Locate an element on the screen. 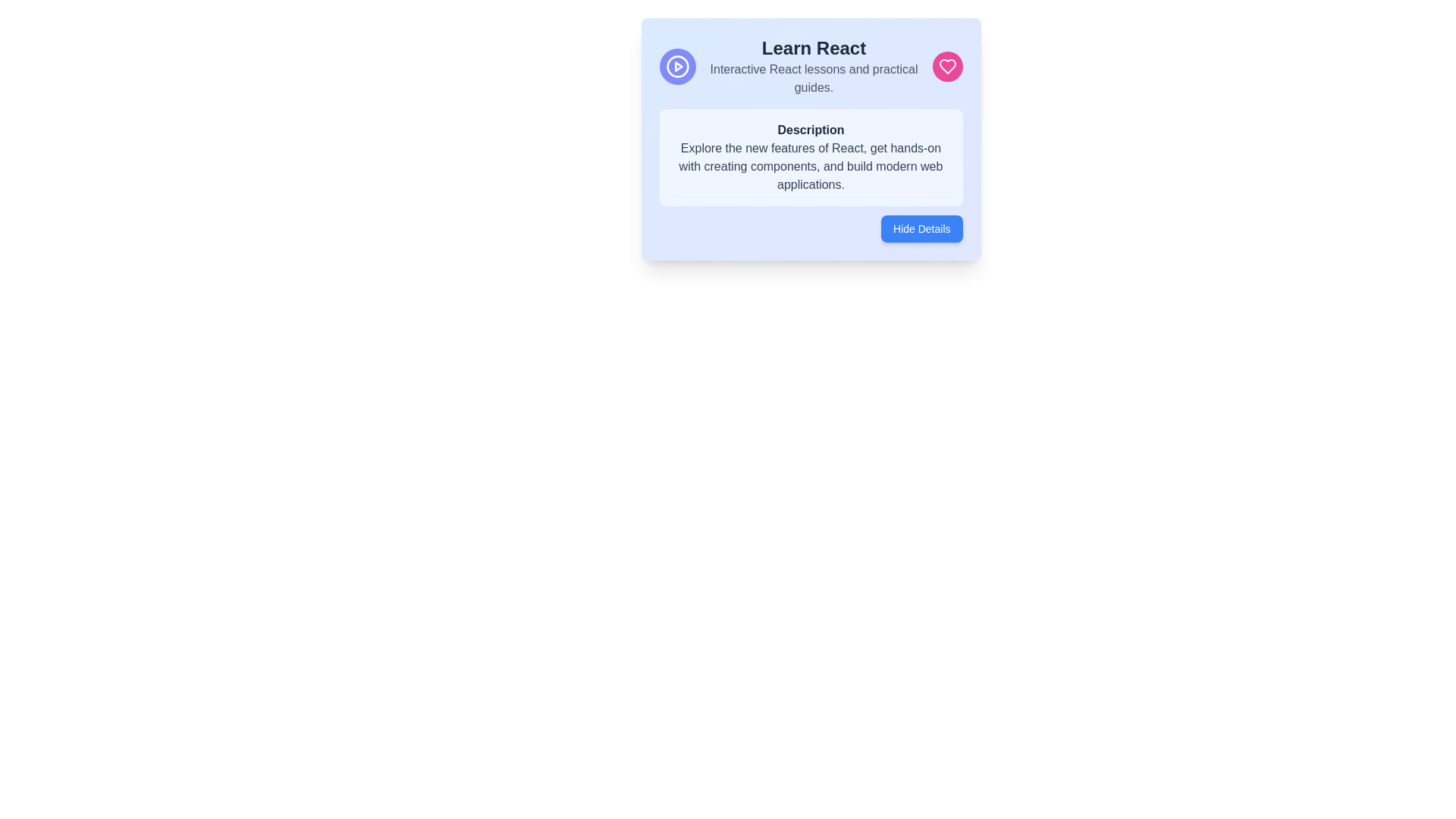 This screenshot has height=819, width=1456. the main header text of the card that serves as the title for learning React, which is positioned at the top of the card is located at coordinates (813, 48).